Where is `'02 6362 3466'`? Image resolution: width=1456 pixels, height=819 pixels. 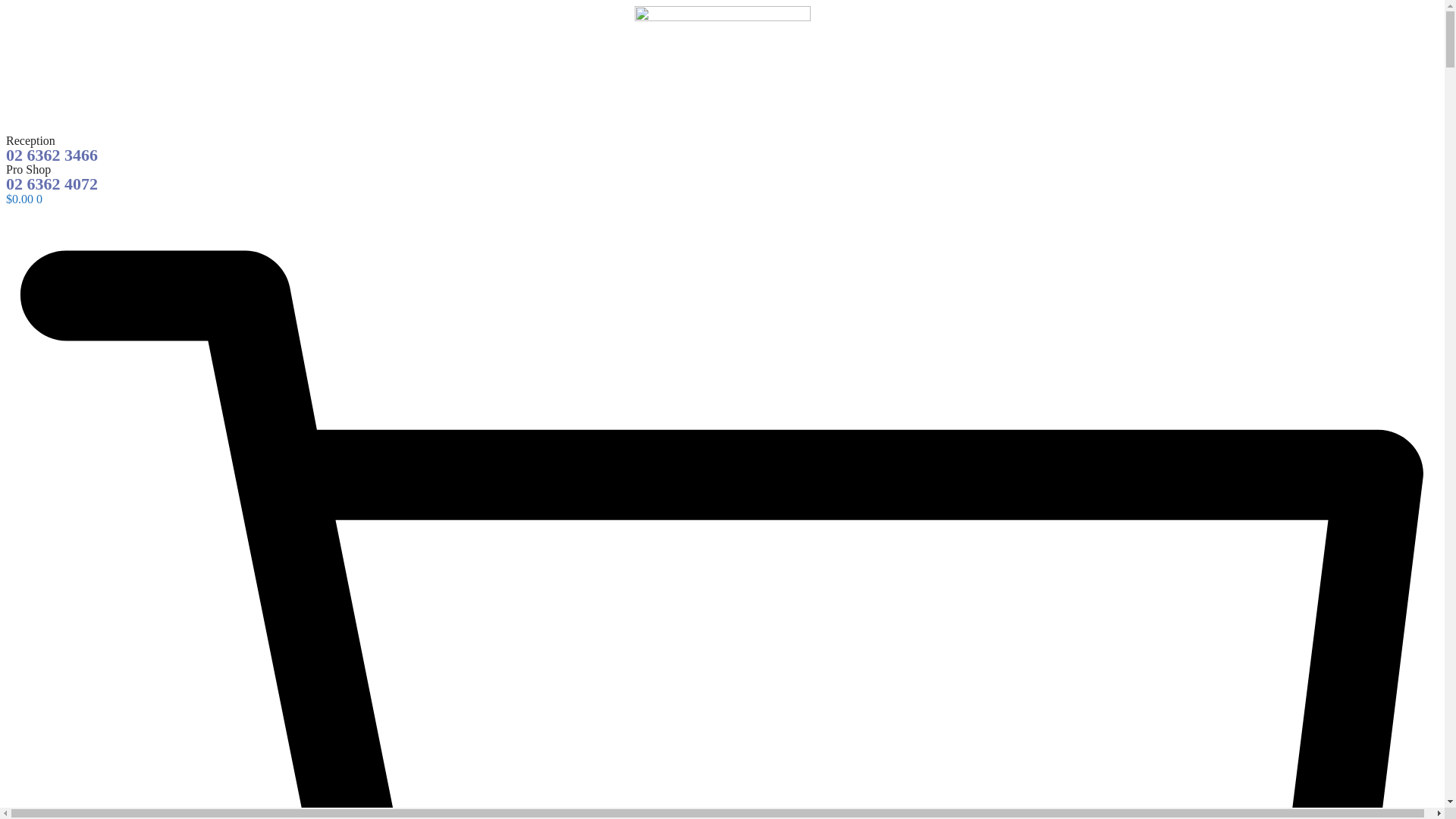 '02 6362 3466' is located at coordinates (52, 155).